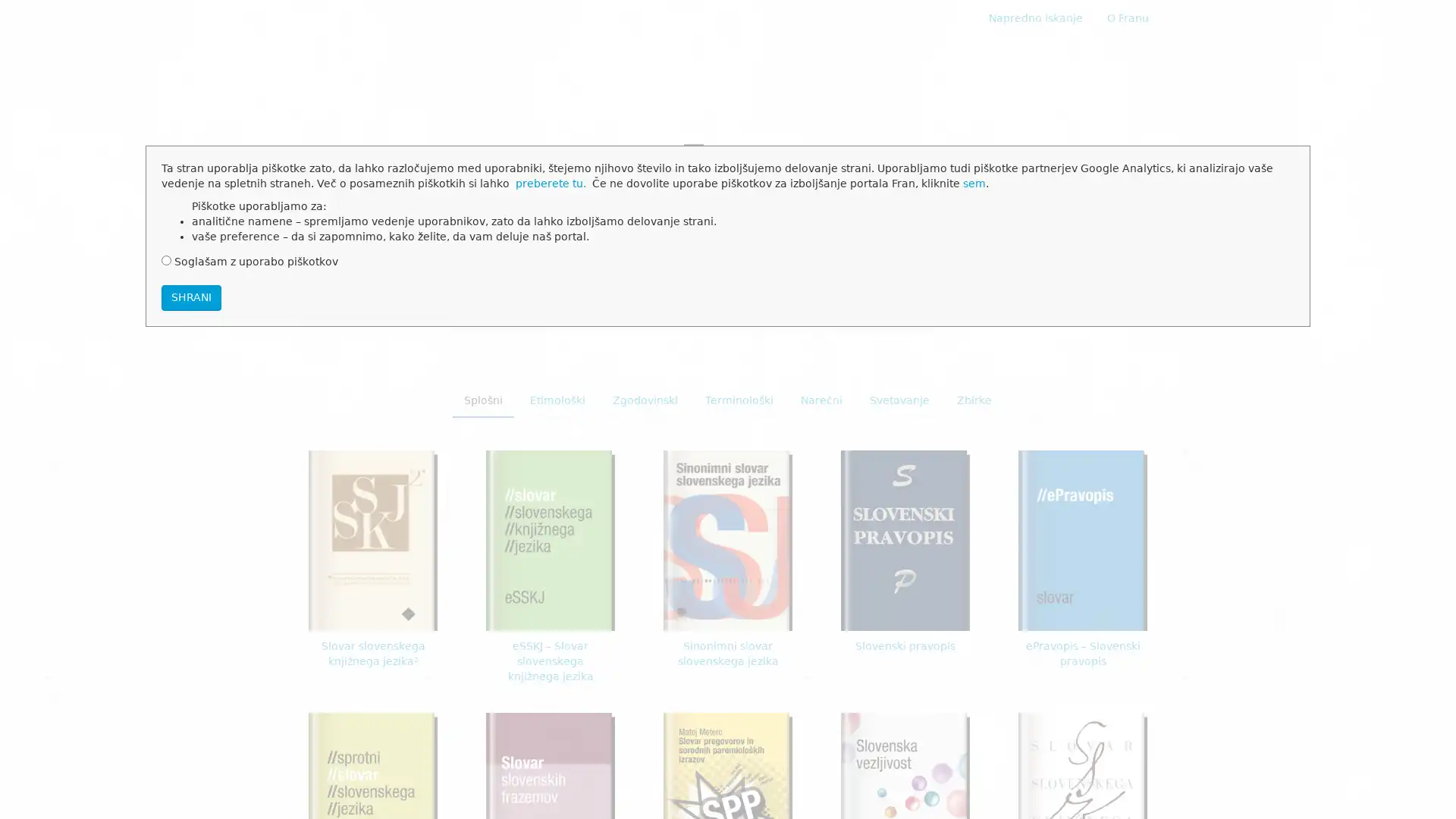 This screenshot has height=819, width=1456. I want to click on SHRANI, so click(190, 297).